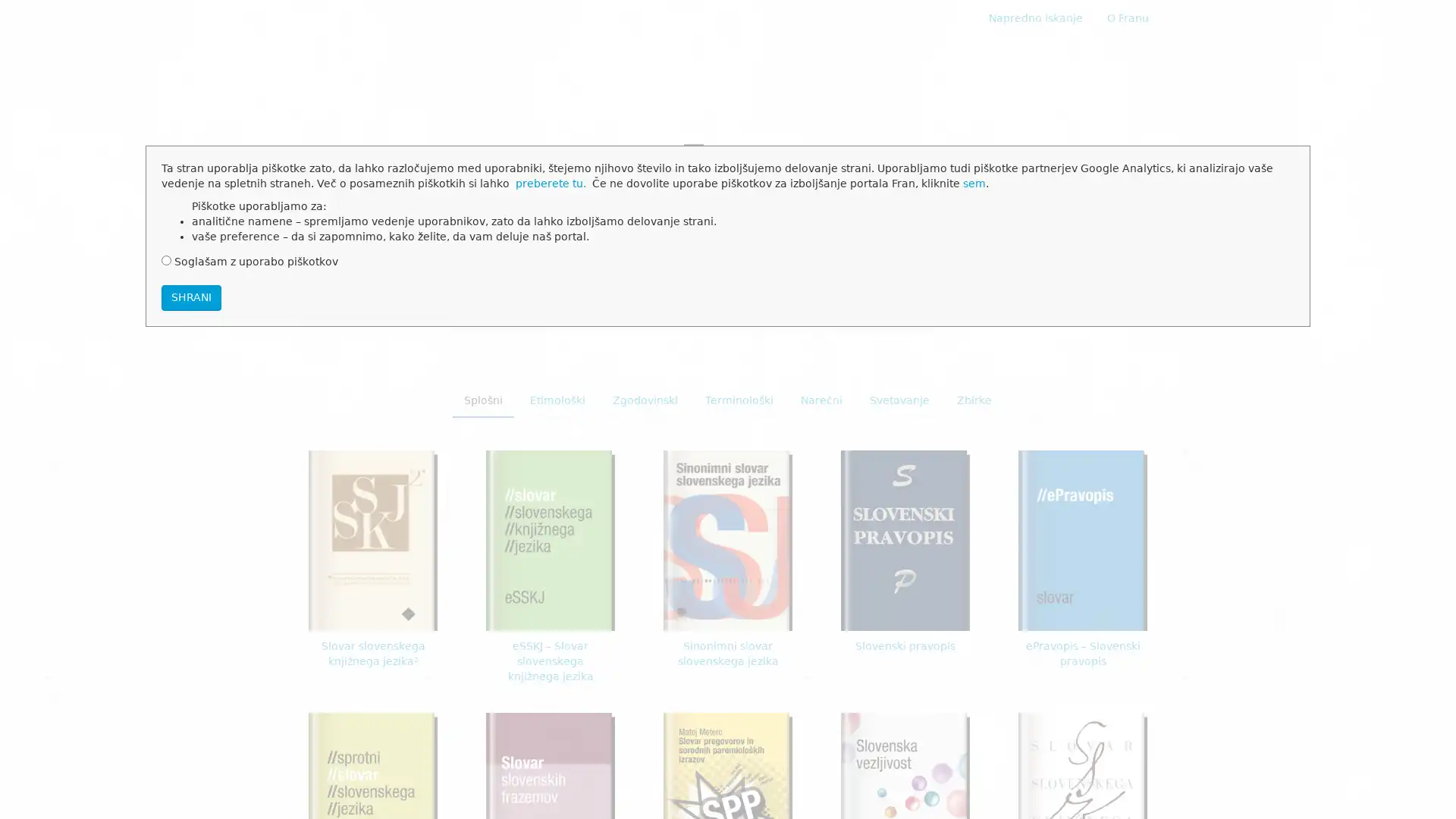 This screenshot has height=819, width=1456. I want to click on SHRANI, so click(190, 297).